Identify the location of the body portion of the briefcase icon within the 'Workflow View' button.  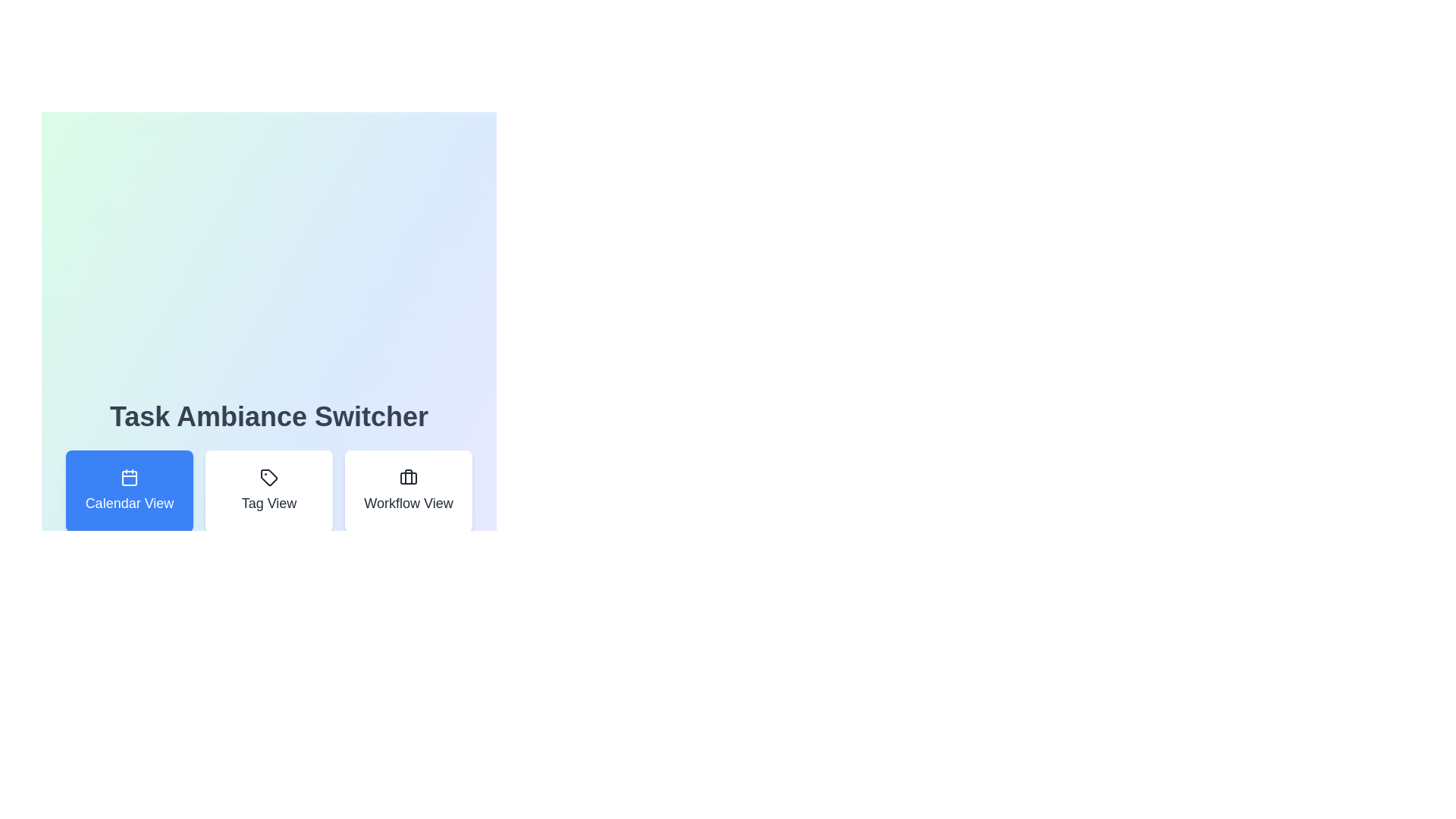
(408, 479).